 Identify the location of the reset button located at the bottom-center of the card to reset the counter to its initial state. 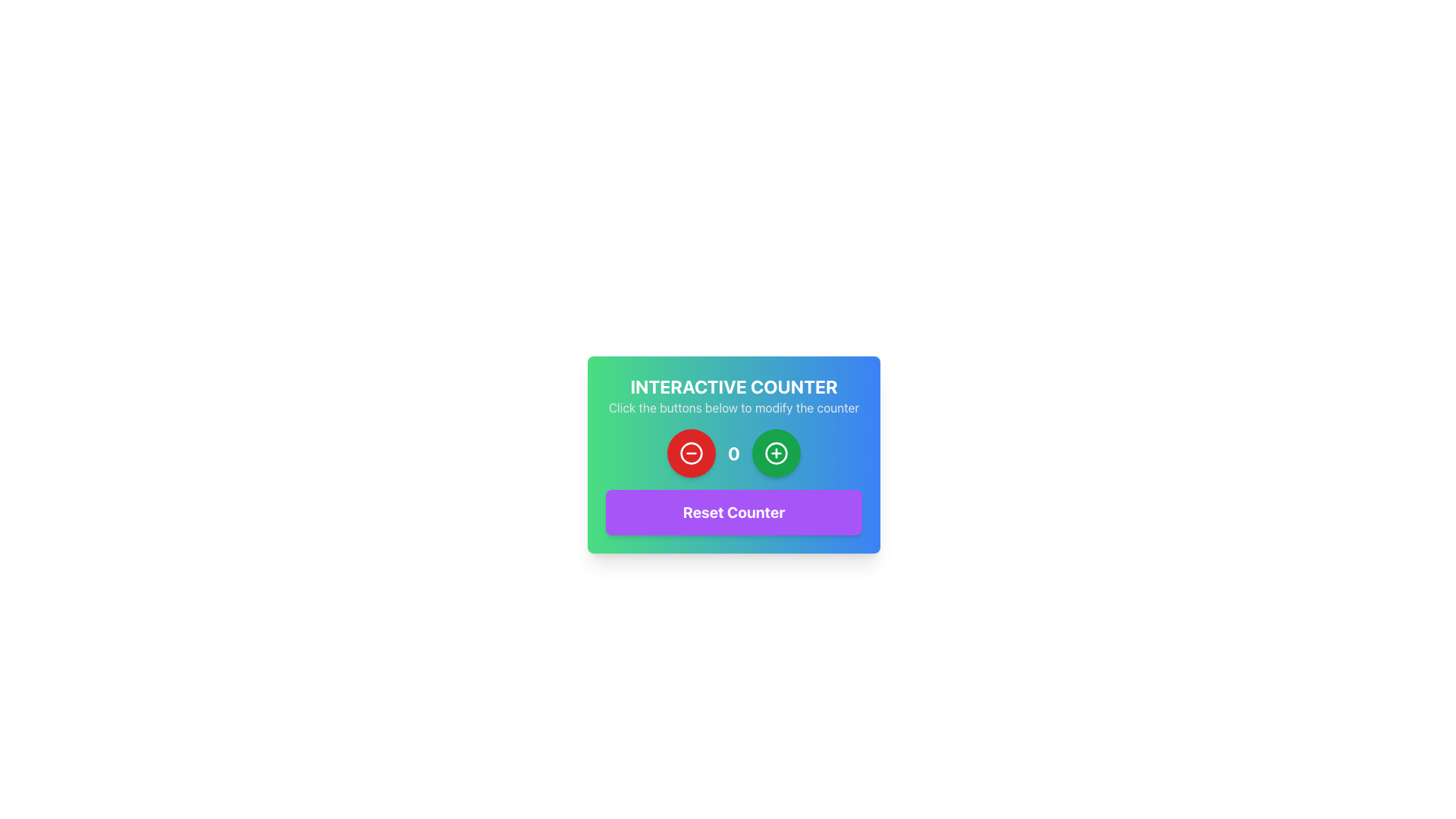
(734, 512).